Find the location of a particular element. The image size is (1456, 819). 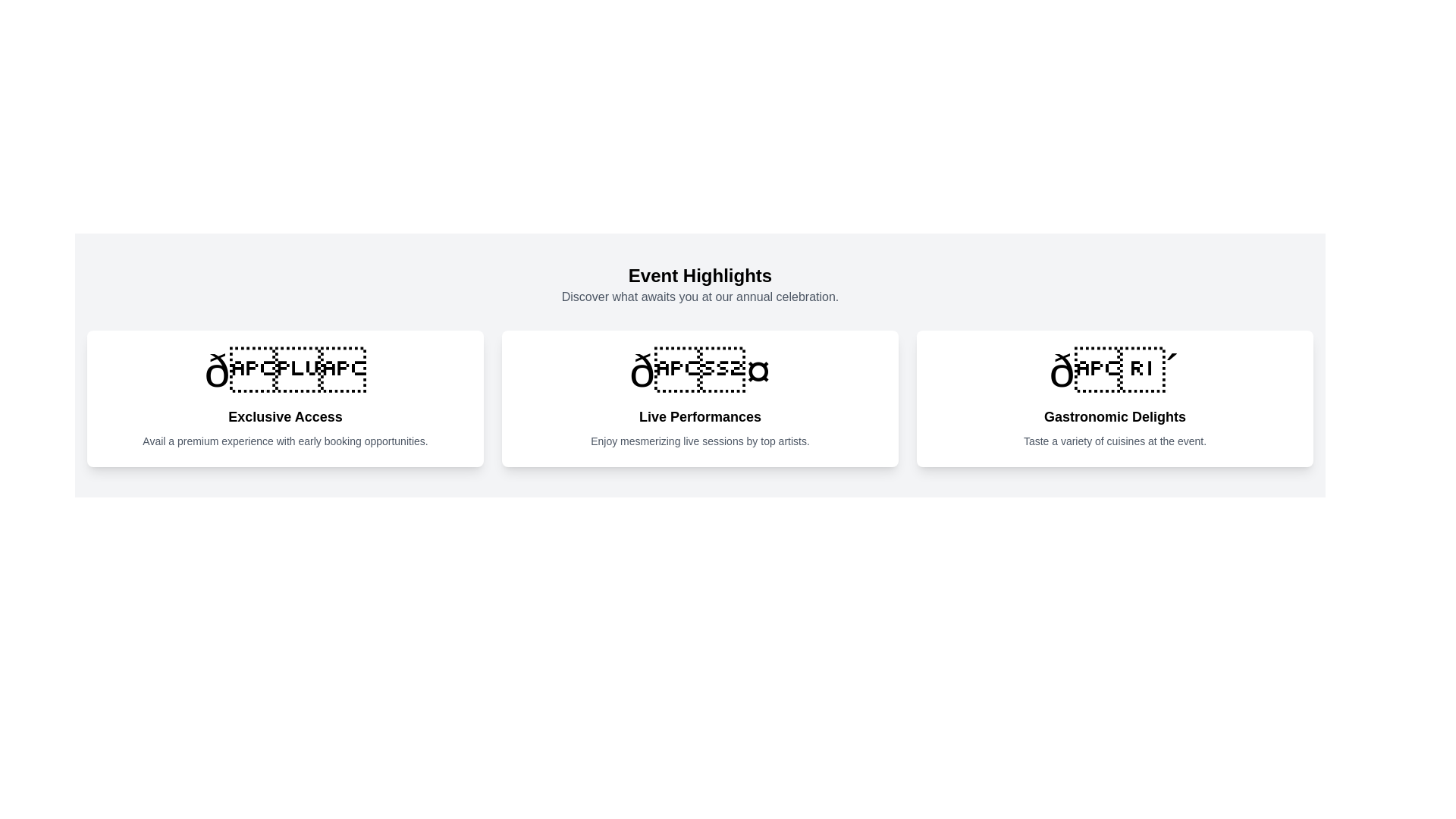

the static text content located centrally beneath the 'Event Highlights' title, which serves as a subtitle or descriptor for the section is located at coordinates (699, 297).